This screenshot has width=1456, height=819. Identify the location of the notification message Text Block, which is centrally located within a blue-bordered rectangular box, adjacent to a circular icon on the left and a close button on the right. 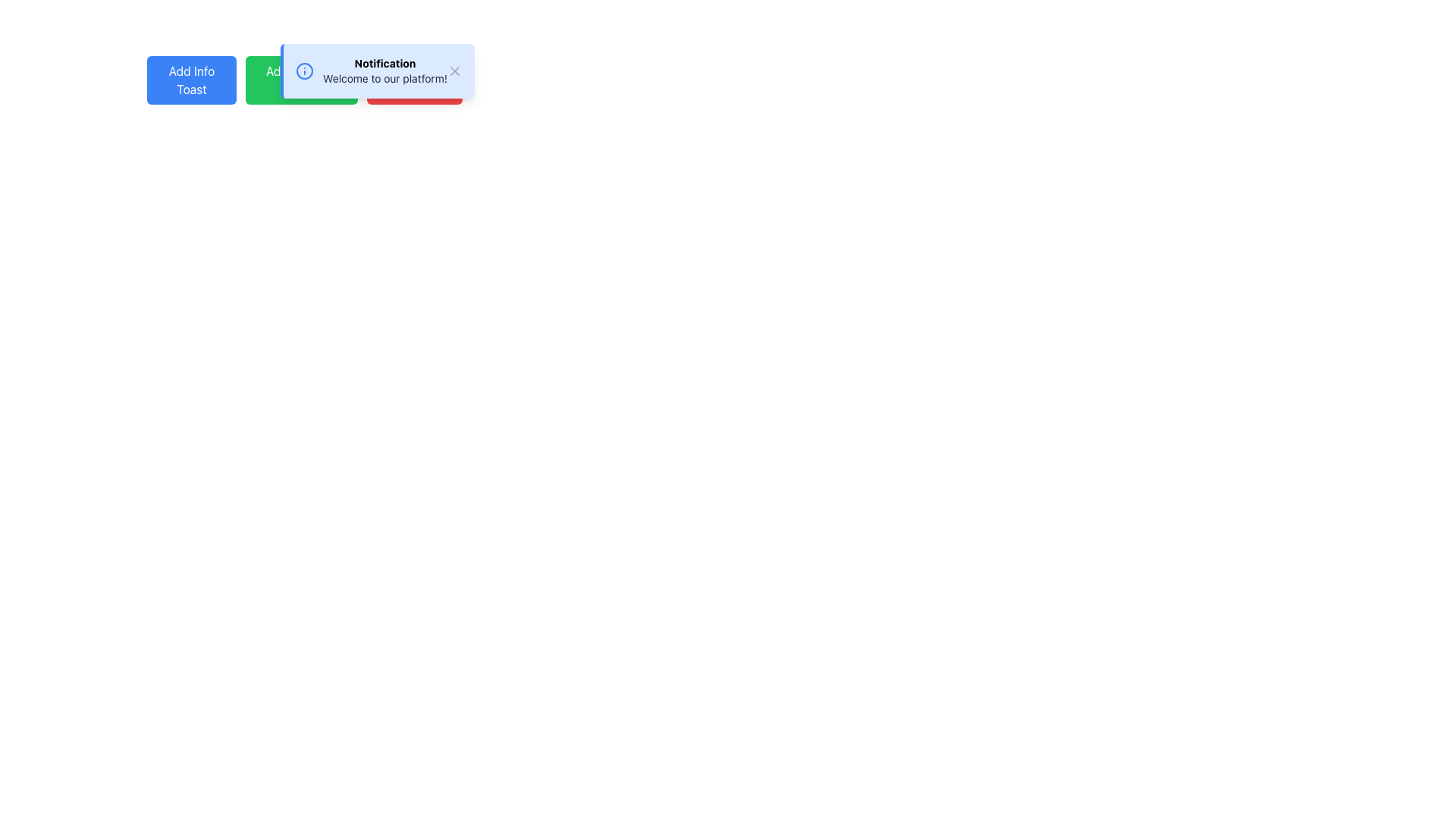
(384, 71).